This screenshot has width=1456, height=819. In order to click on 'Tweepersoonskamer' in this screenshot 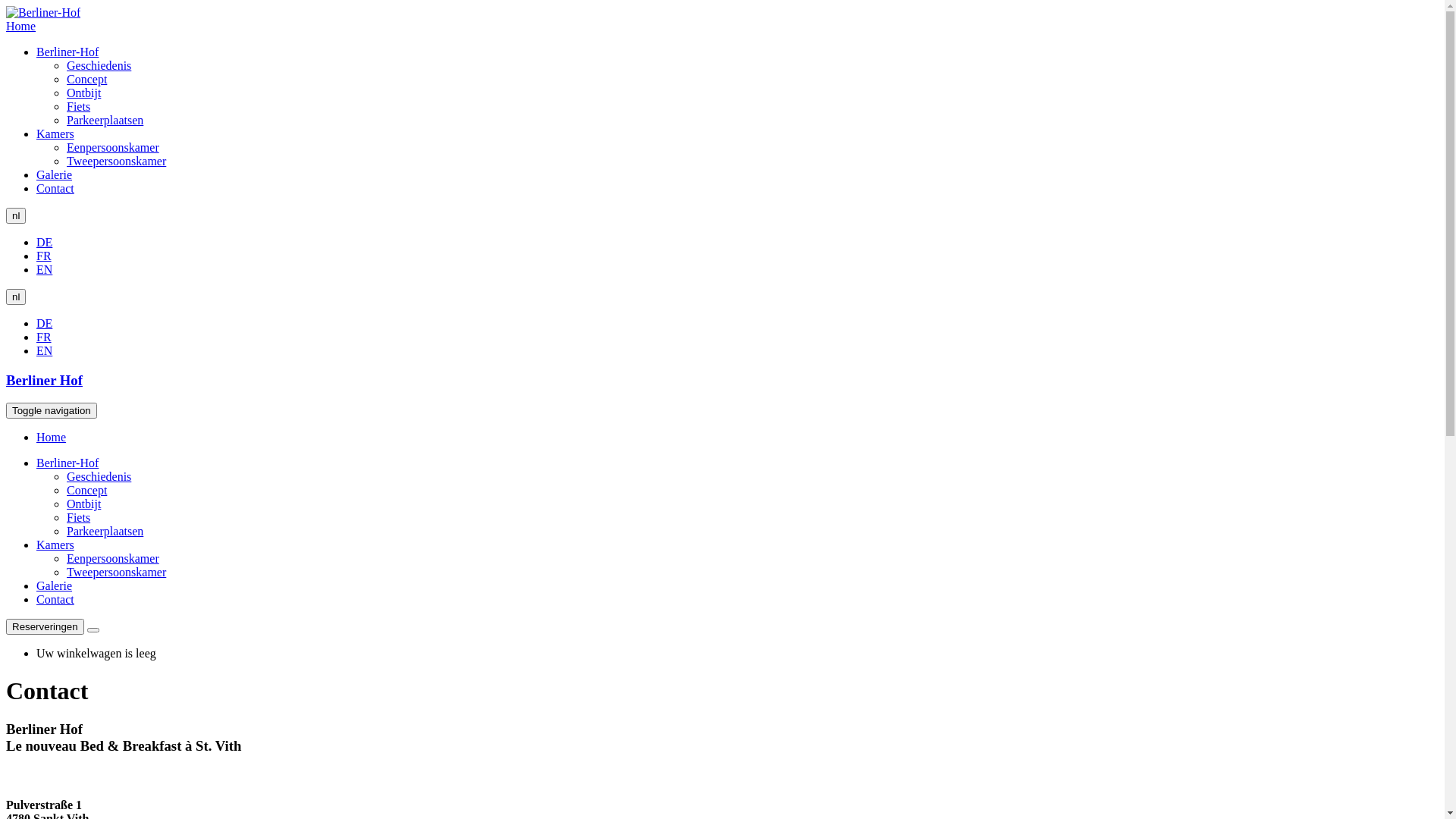, I will do `click(115, 572)`.